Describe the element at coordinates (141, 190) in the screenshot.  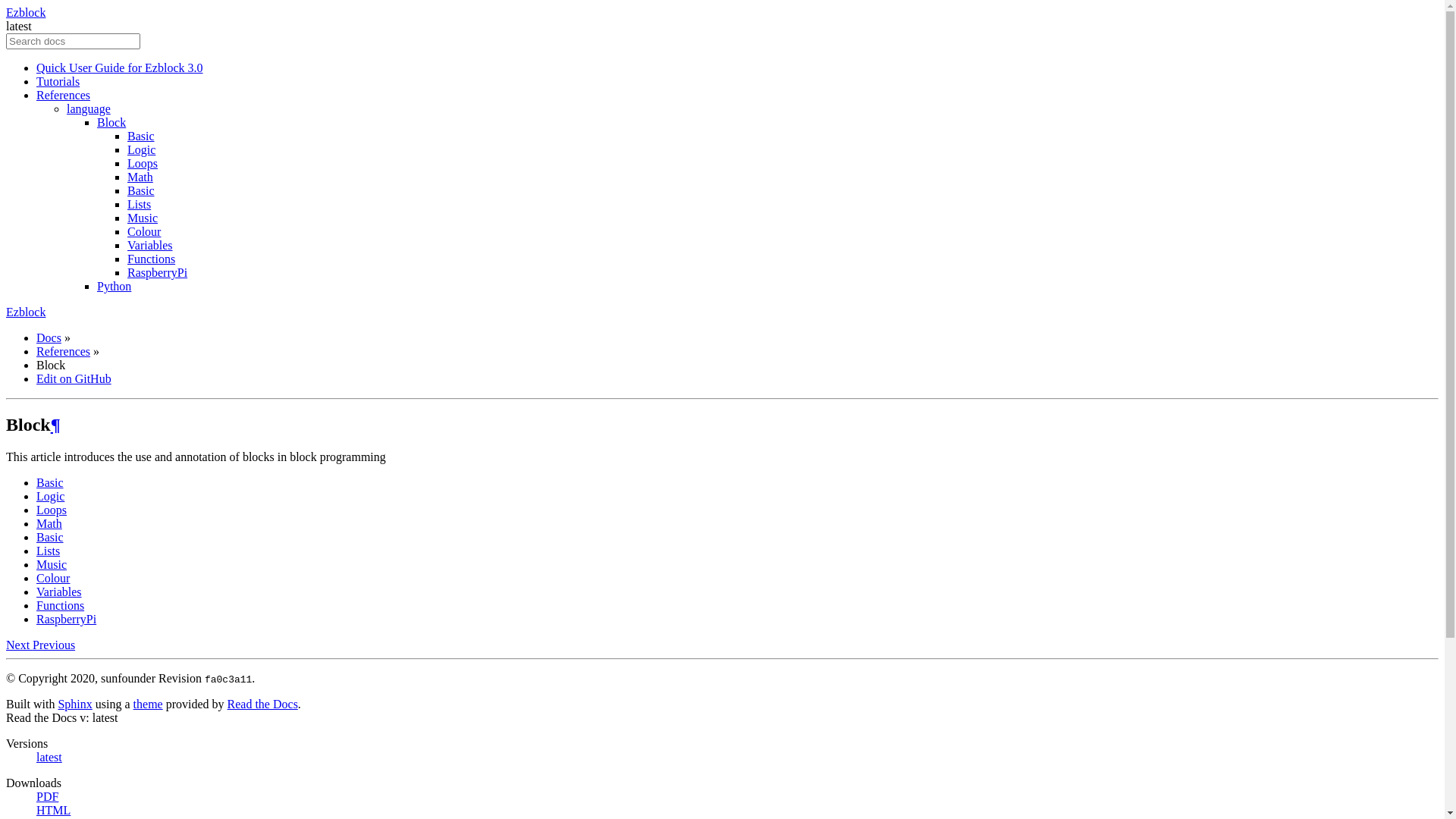
I see `'Basic'` at that location.